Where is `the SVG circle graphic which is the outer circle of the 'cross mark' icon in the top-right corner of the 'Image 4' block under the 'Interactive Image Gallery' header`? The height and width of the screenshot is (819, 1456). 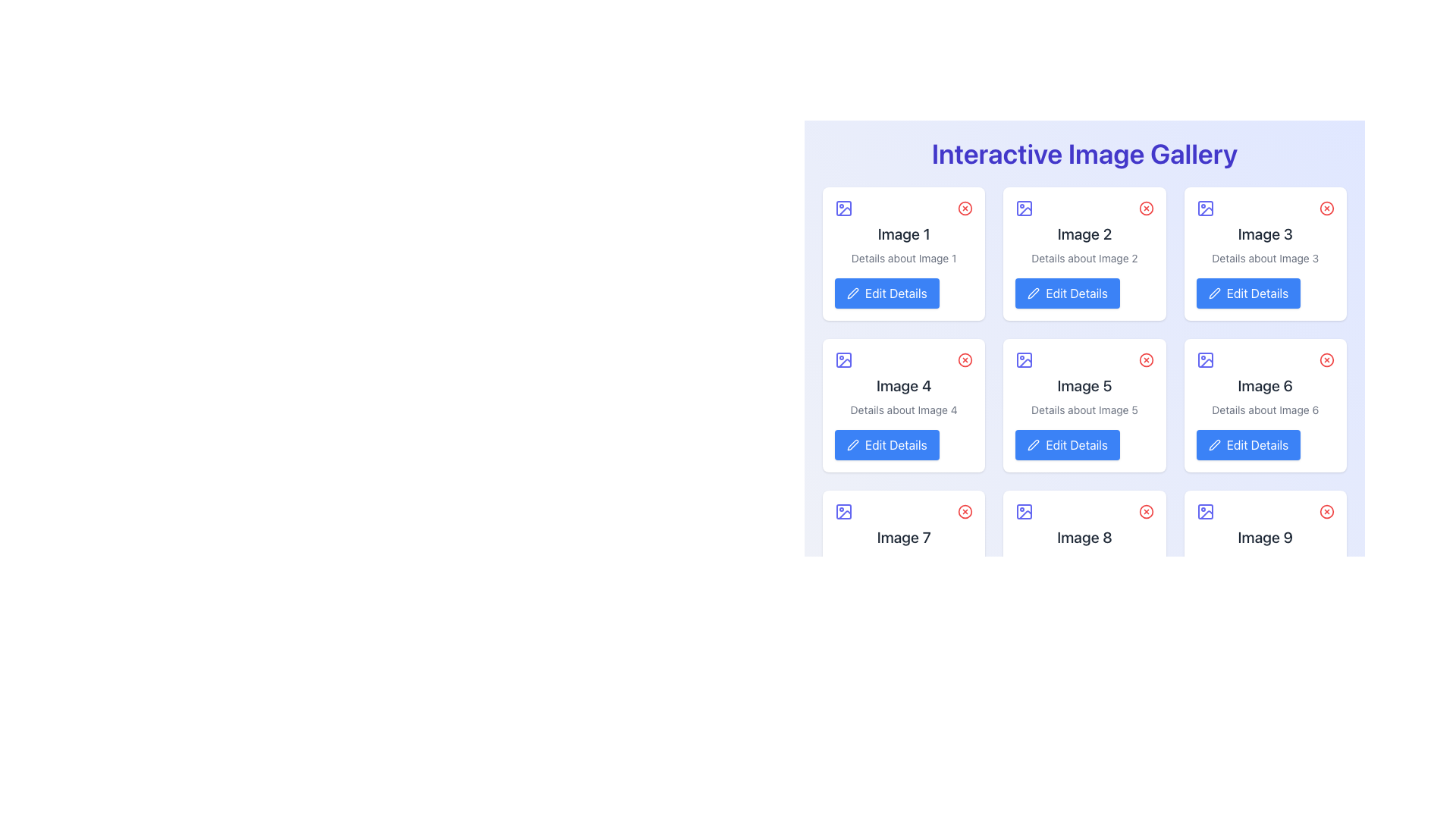
the SVG circle graphic which is the outer circle of the 'cross mark' icon in the top-right corner of the 'Image 4' block under the 'Interactive Image Gallery' header is located at coordinates (965, 359).